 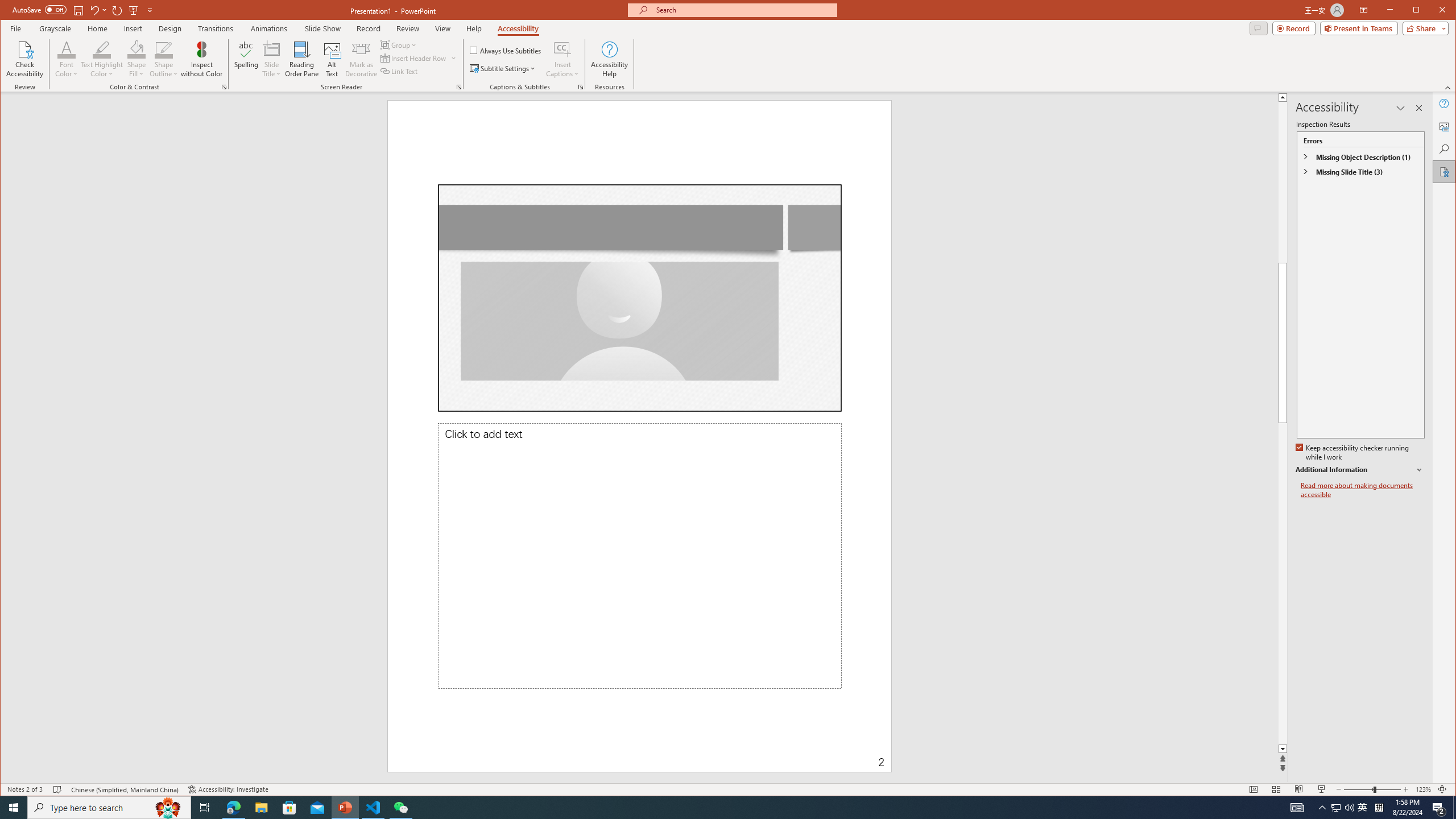 What do you see at coordinates (1444, 148) in the screenshot?
I see `'Search'` at bounding box center [1444, 148].